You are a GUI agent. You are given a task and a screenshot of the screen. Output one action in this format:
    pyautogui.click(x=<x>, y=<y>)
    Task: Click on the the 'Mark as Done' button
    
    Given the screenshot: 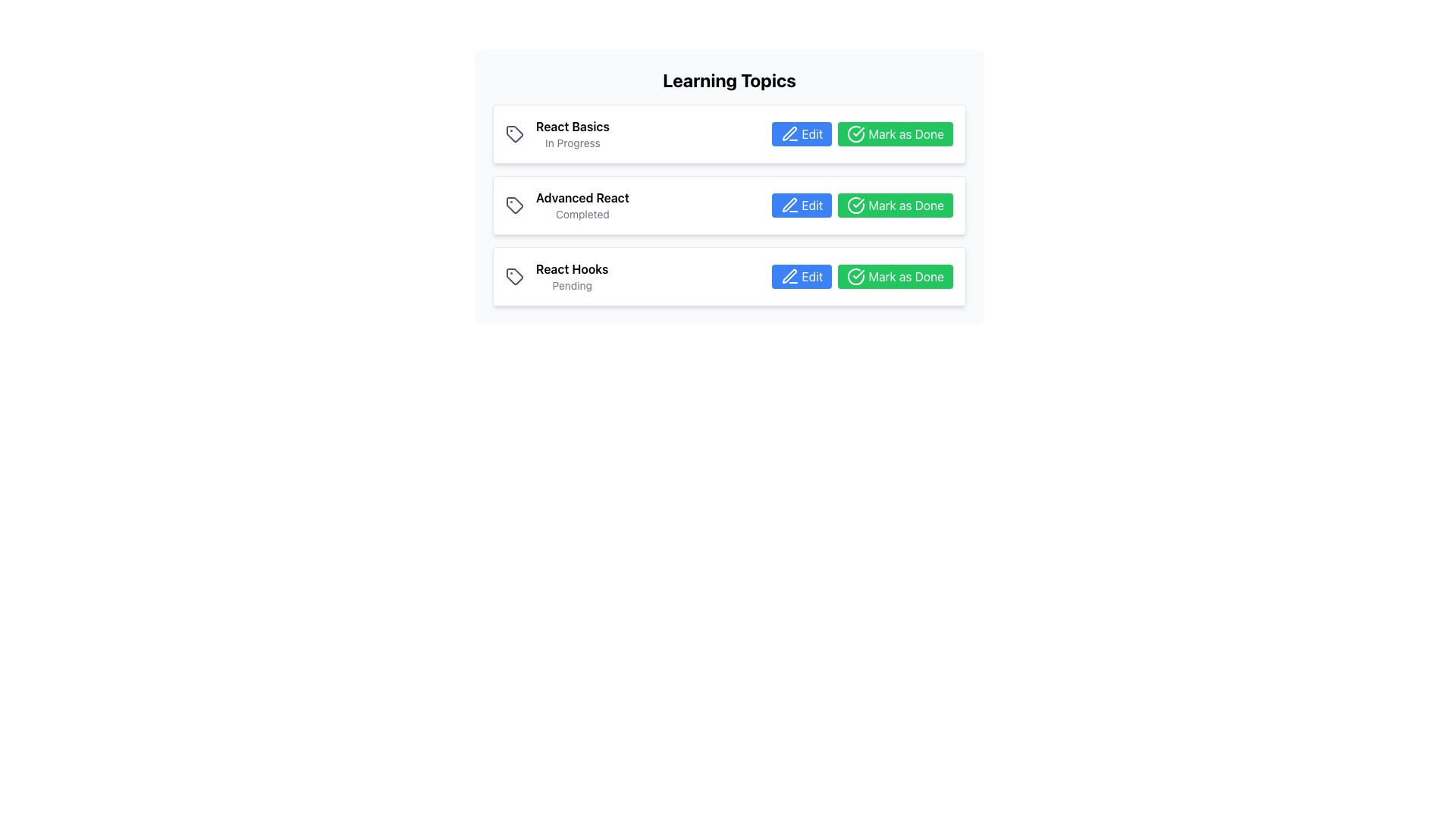 What is the action you would take?
    pyautogui.click(x=896, y=133)
    